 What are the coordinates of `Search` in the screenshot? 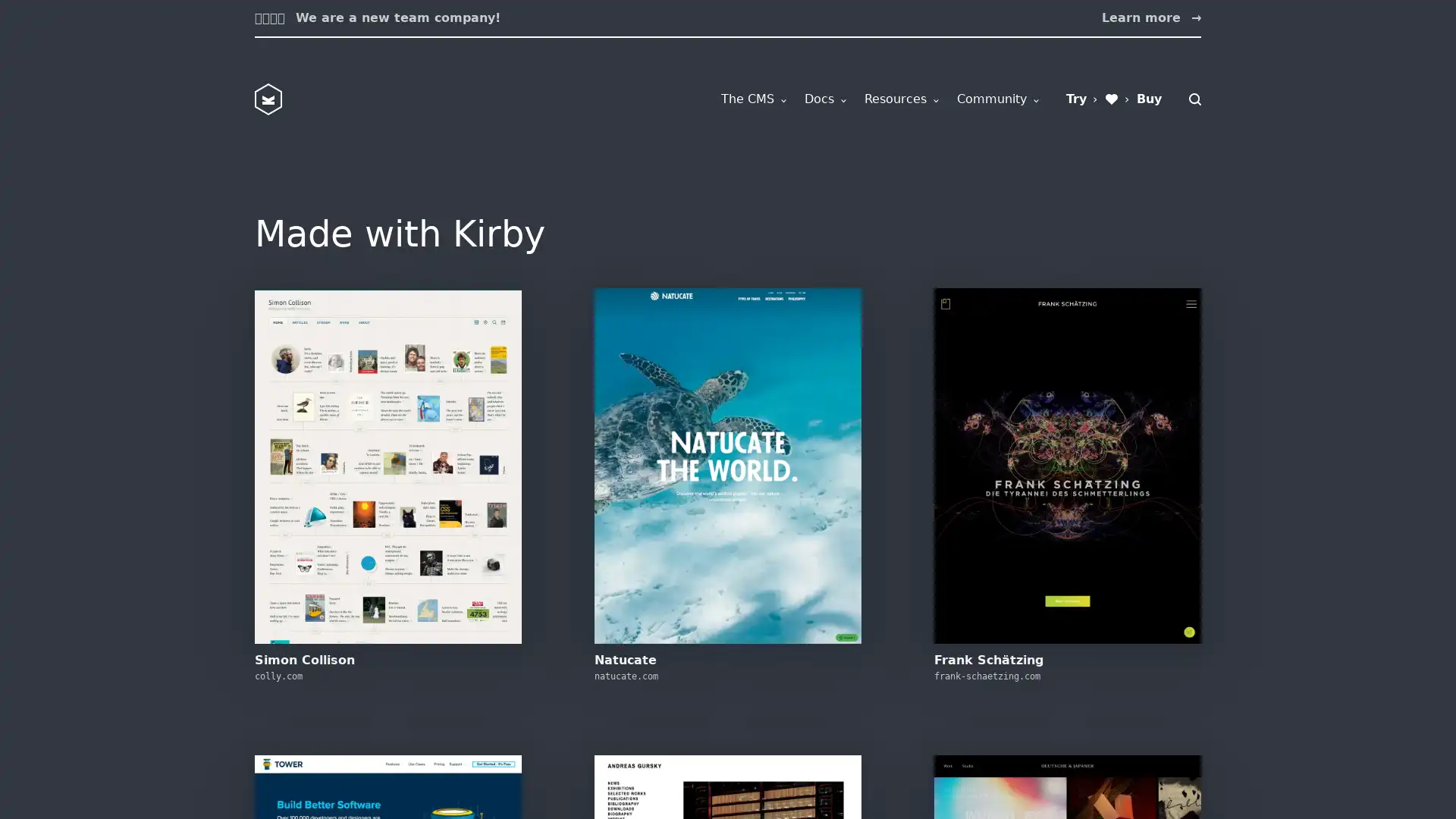 It's located at (1194, 99).